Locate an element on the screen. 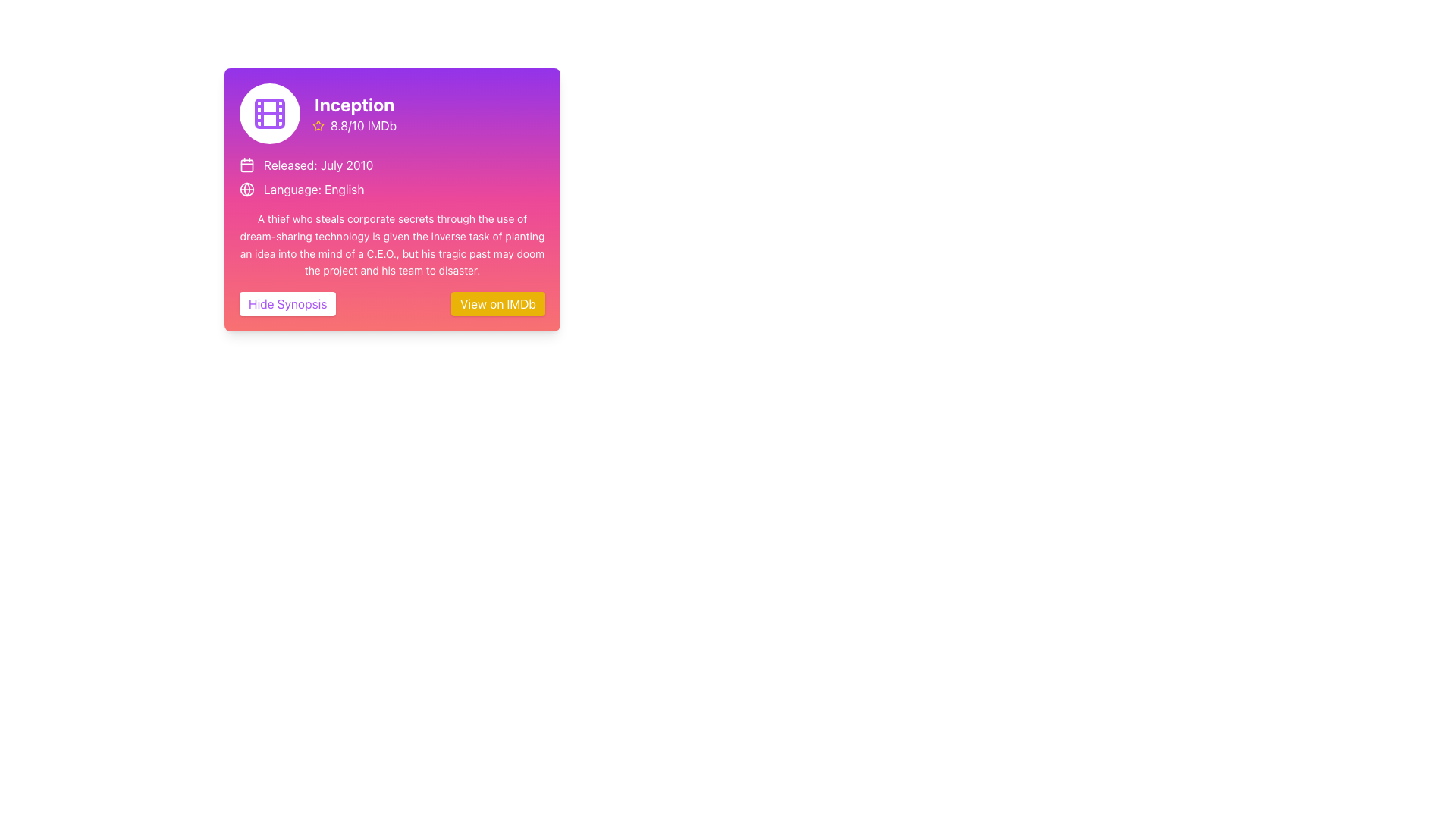 Image resolution: width=1456 pixels, height=819 pixels. the stylized yellow star SVG icon with a hollow center, located near the top-left section of the interface under the title 'Inception' is located at coordinates (318, 124).